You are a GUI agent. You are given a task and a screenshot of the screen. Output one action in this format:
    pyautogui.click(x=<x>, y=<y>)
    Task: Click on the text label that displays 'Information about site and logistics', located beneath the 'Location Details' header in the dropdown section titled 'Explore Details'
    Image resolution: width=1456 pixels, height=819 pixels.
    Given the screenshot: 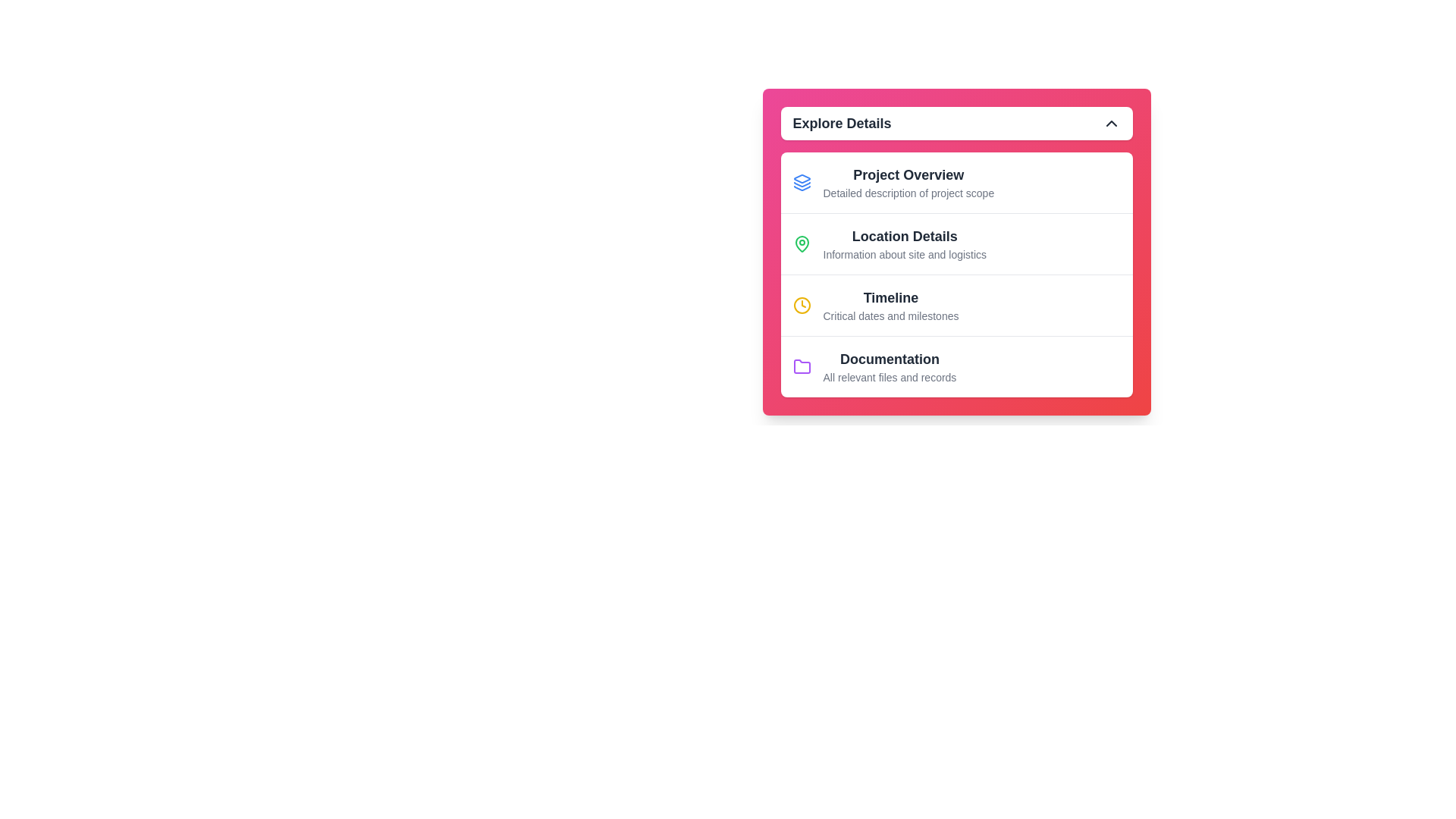 What is the action you would take?
    pyautogui.click(x=905, y=253)
    